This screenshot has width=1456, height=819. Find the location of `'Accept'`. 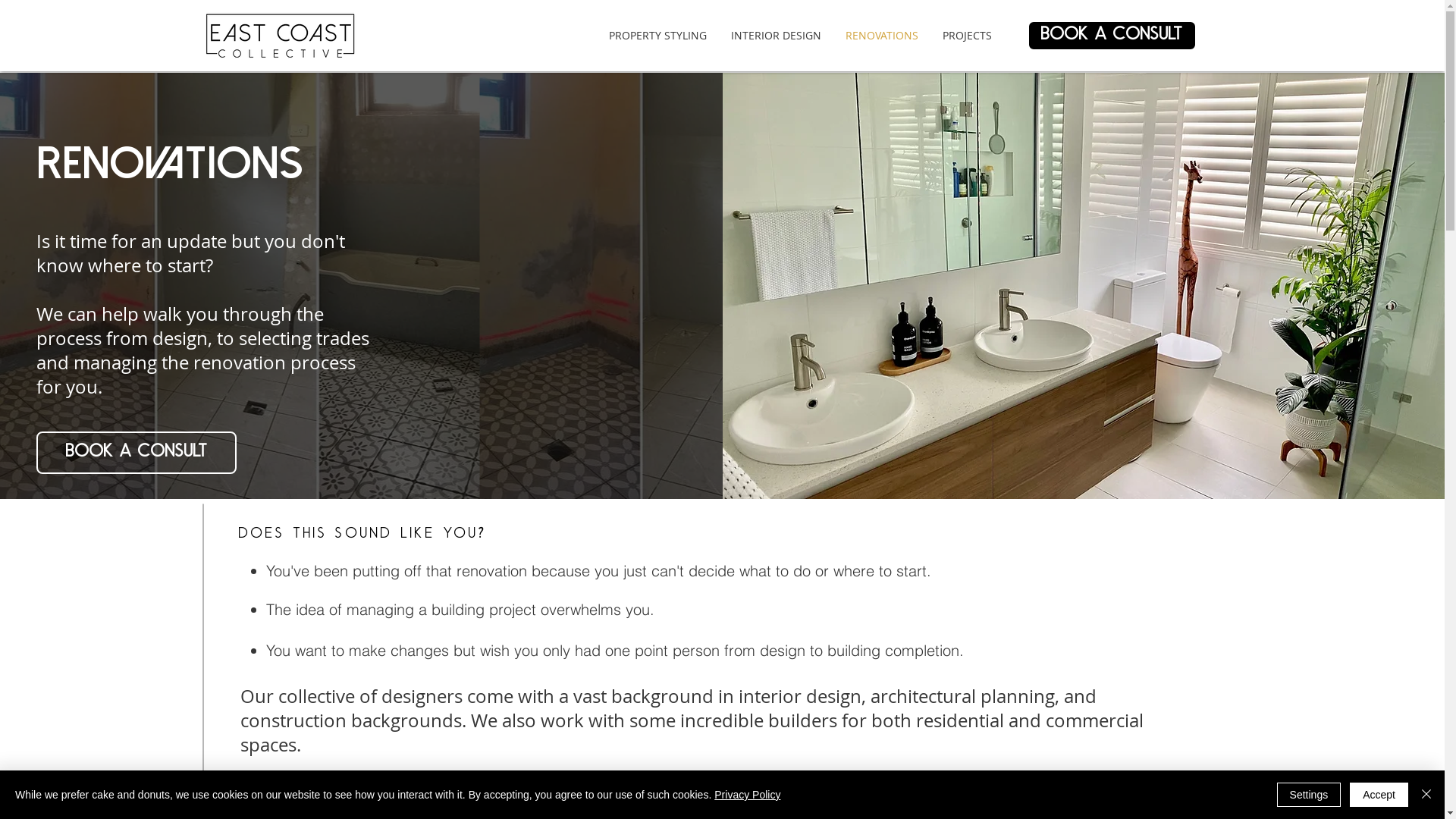

'Accept' is located at coordinates (1379, 794).